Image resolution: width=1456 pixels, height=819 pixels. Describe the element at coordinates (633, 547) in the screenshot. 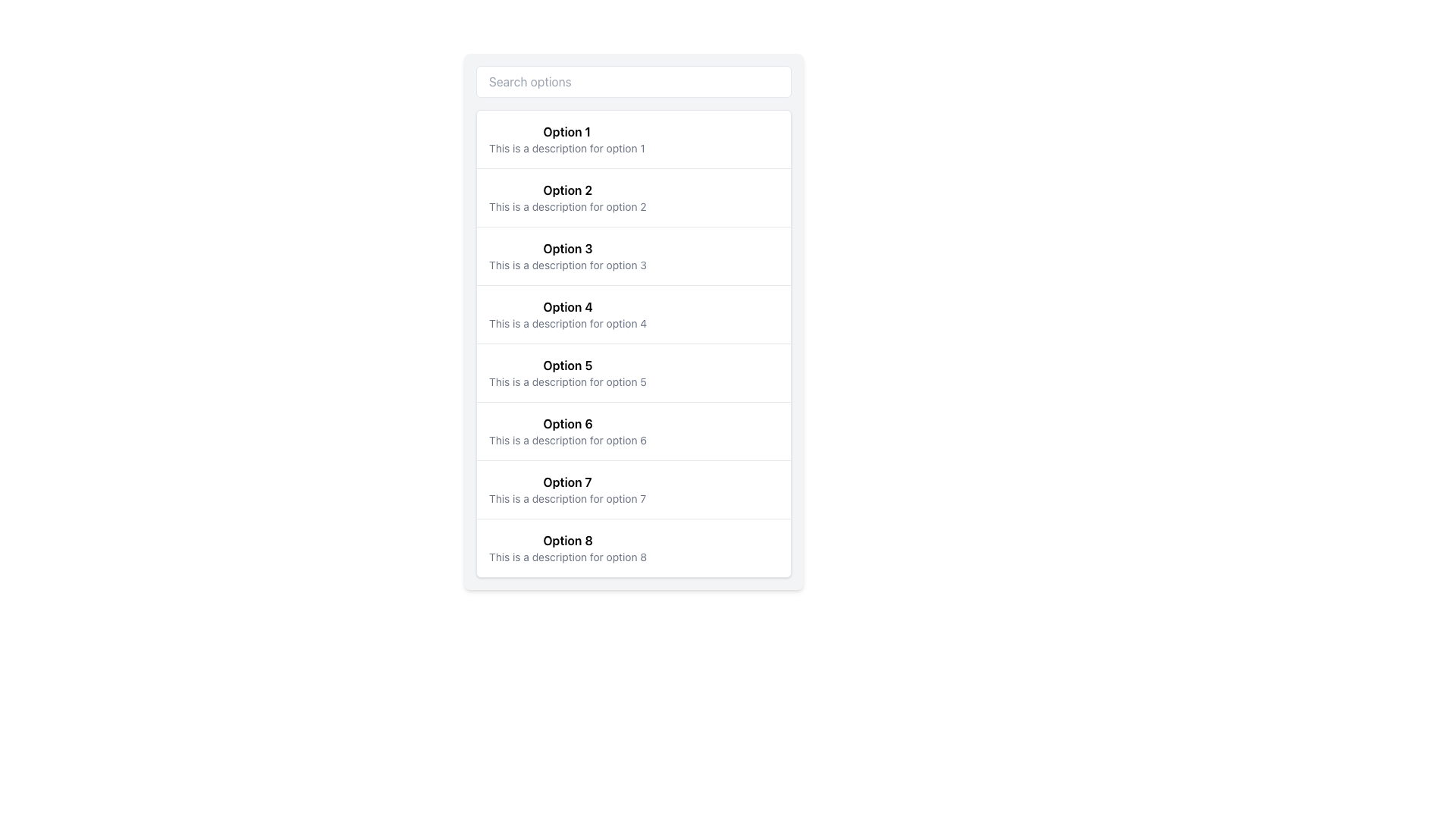

I see `the list item labeled 'Option 8'` at that location.